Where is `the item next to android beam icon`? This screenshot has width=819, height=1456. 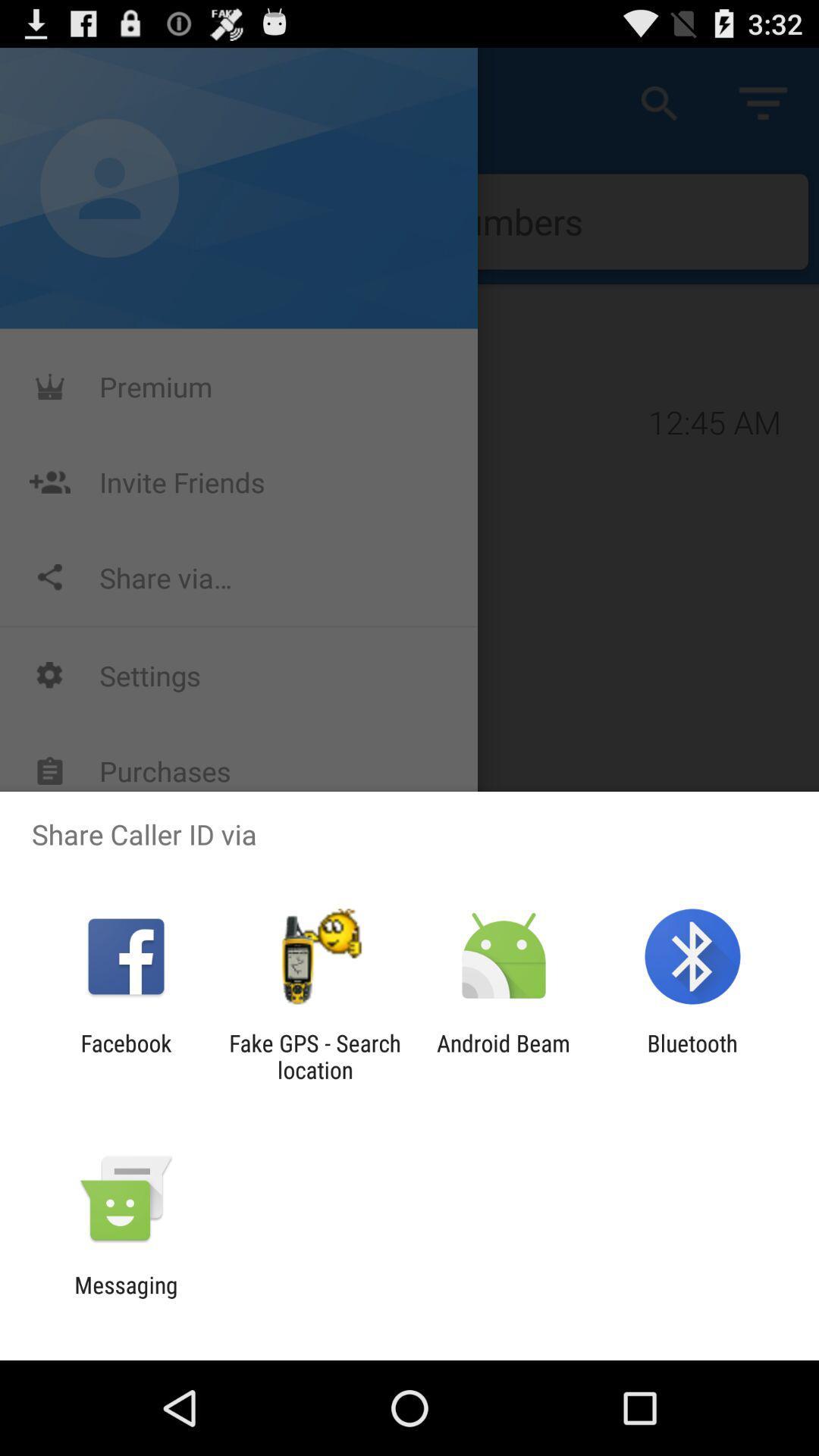
the item next to android beam icon is located at coordinates (314, 1056).